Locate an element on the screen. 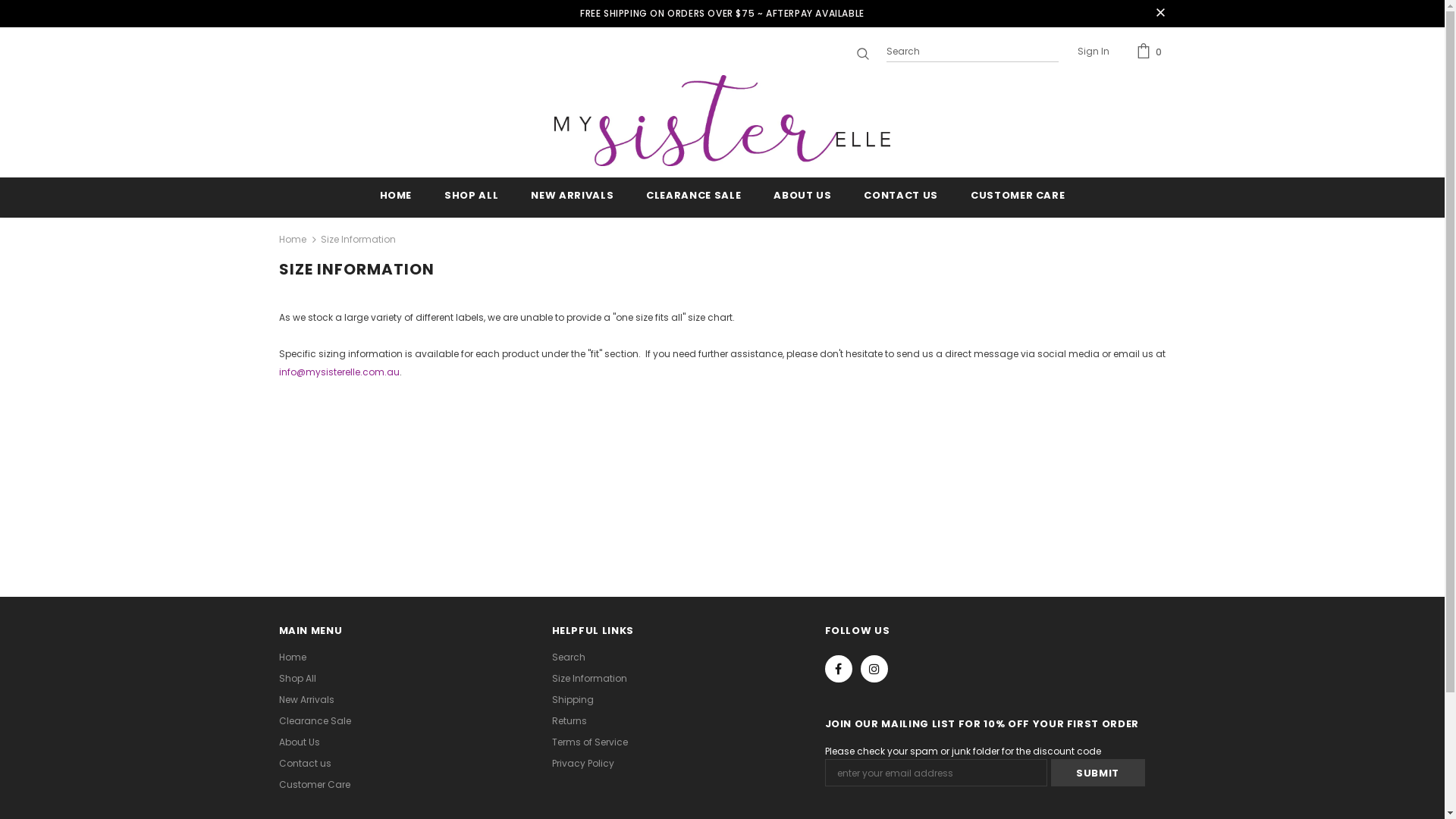  'info@mysisterelle.com.au' is located at coordinates (338, 372).